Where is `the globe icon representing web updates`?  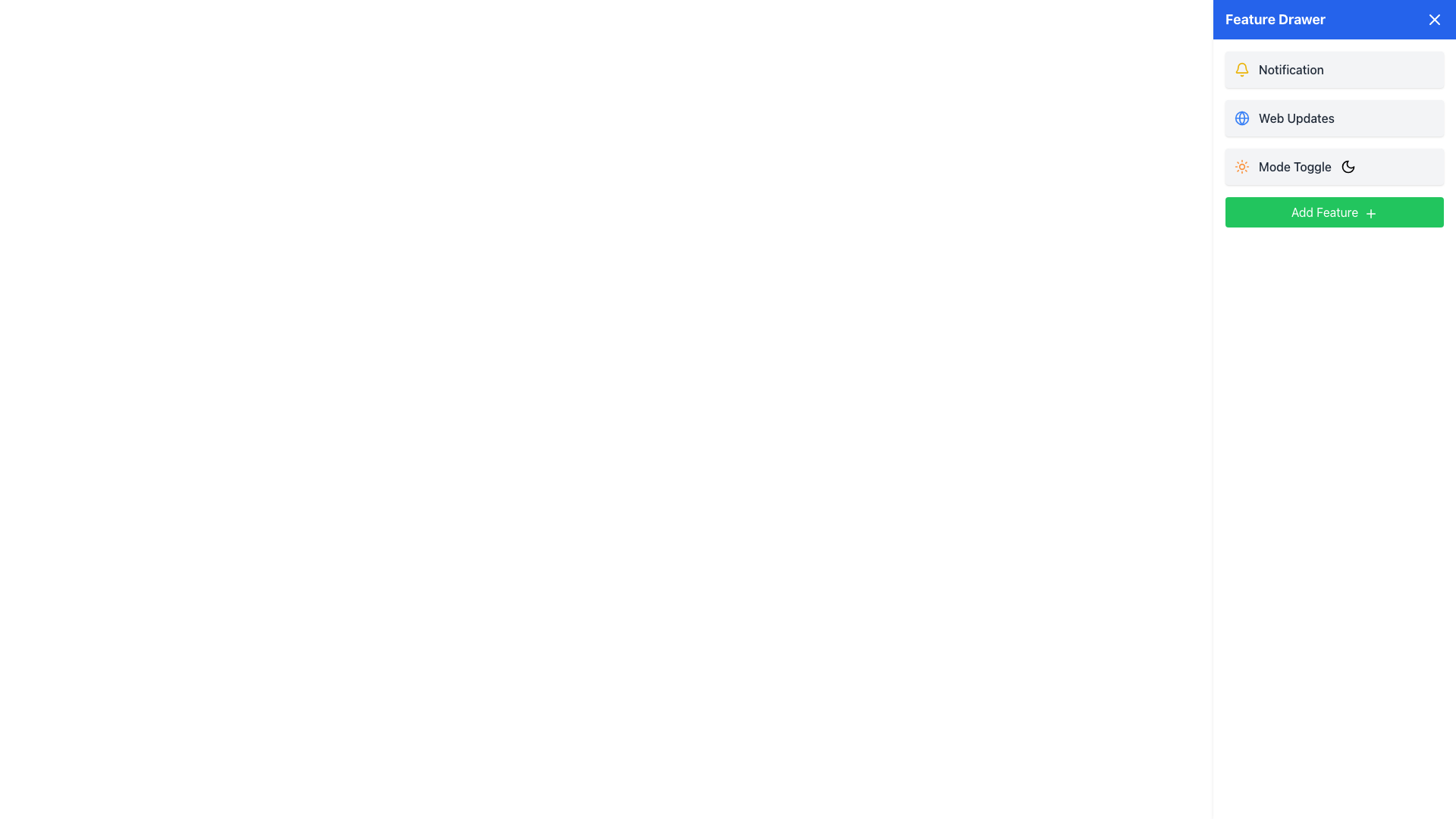
the globe icon representing web updates is located at coordinates (1241, 117).